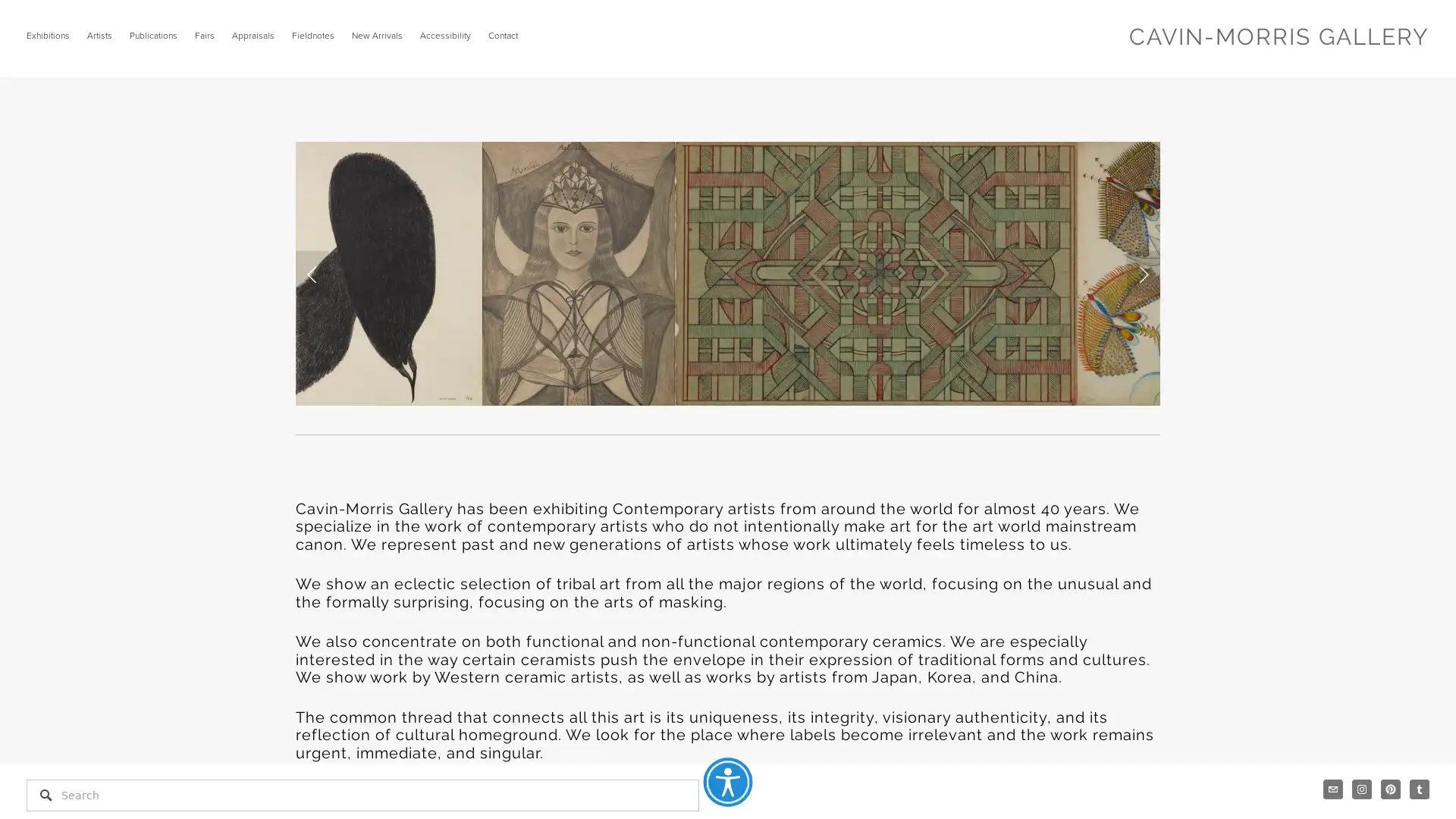  I want to click on Accessibility Menu, so click(726, 782).